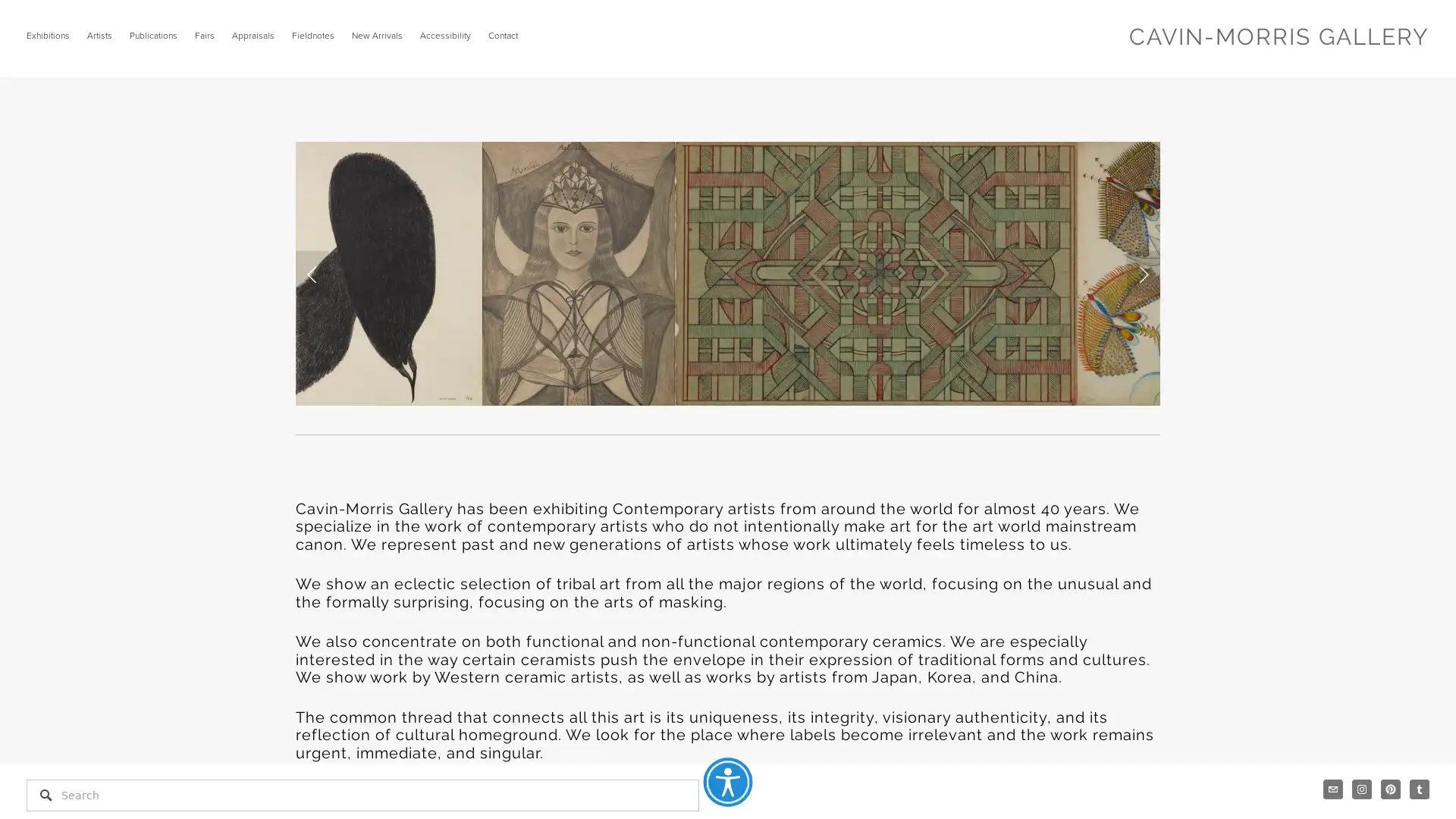  I want to click on Accessibility Menu, so click(726, 782).